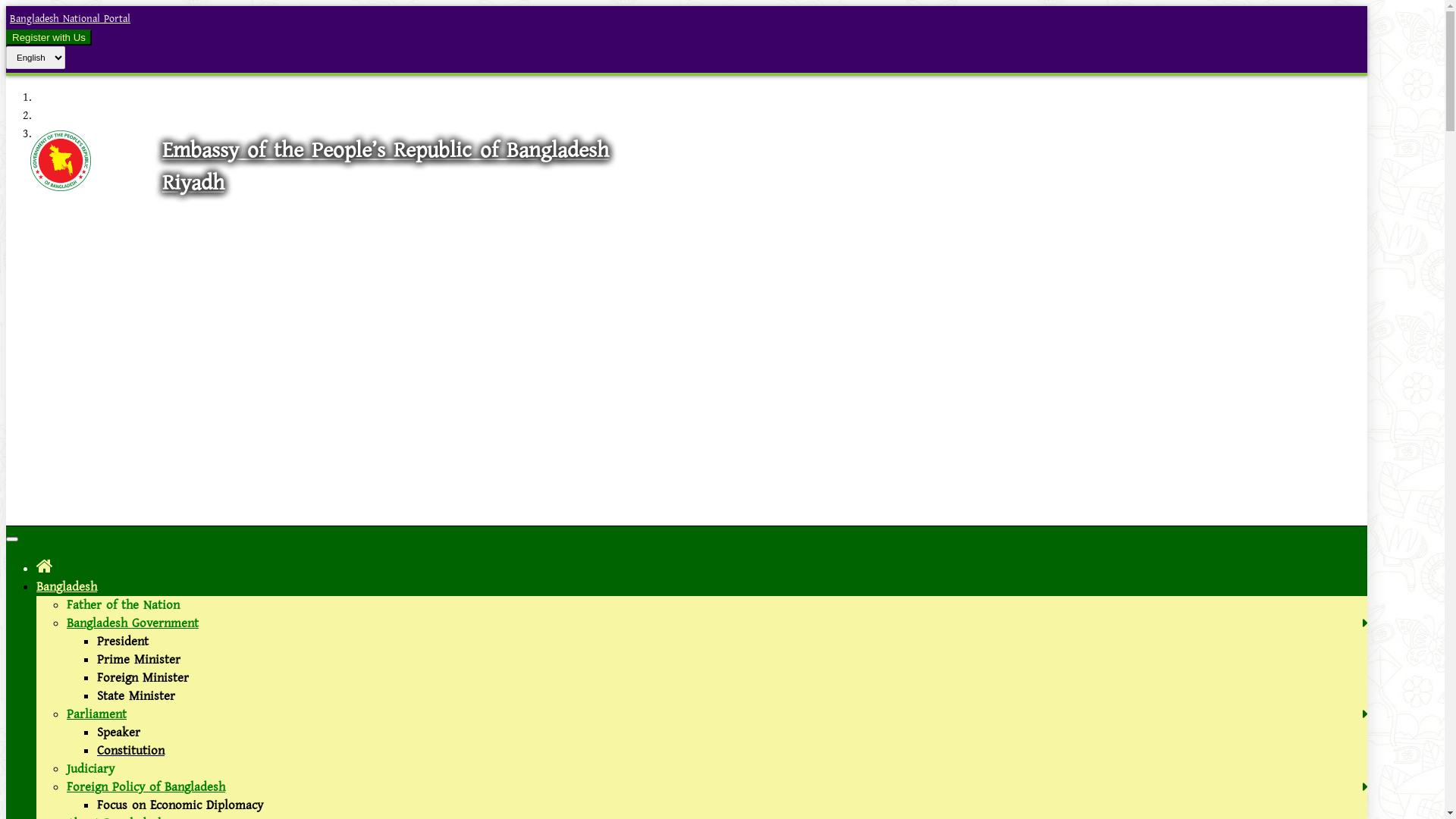  I want to click on 'Constitution', so click(130, 751).